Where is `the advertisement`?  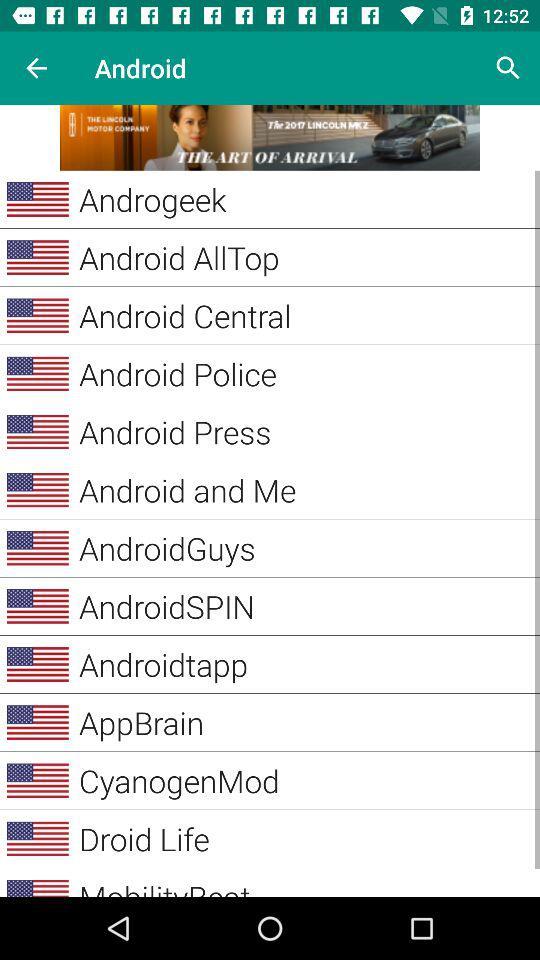 the advertisement is located at coordinates (270, 136).